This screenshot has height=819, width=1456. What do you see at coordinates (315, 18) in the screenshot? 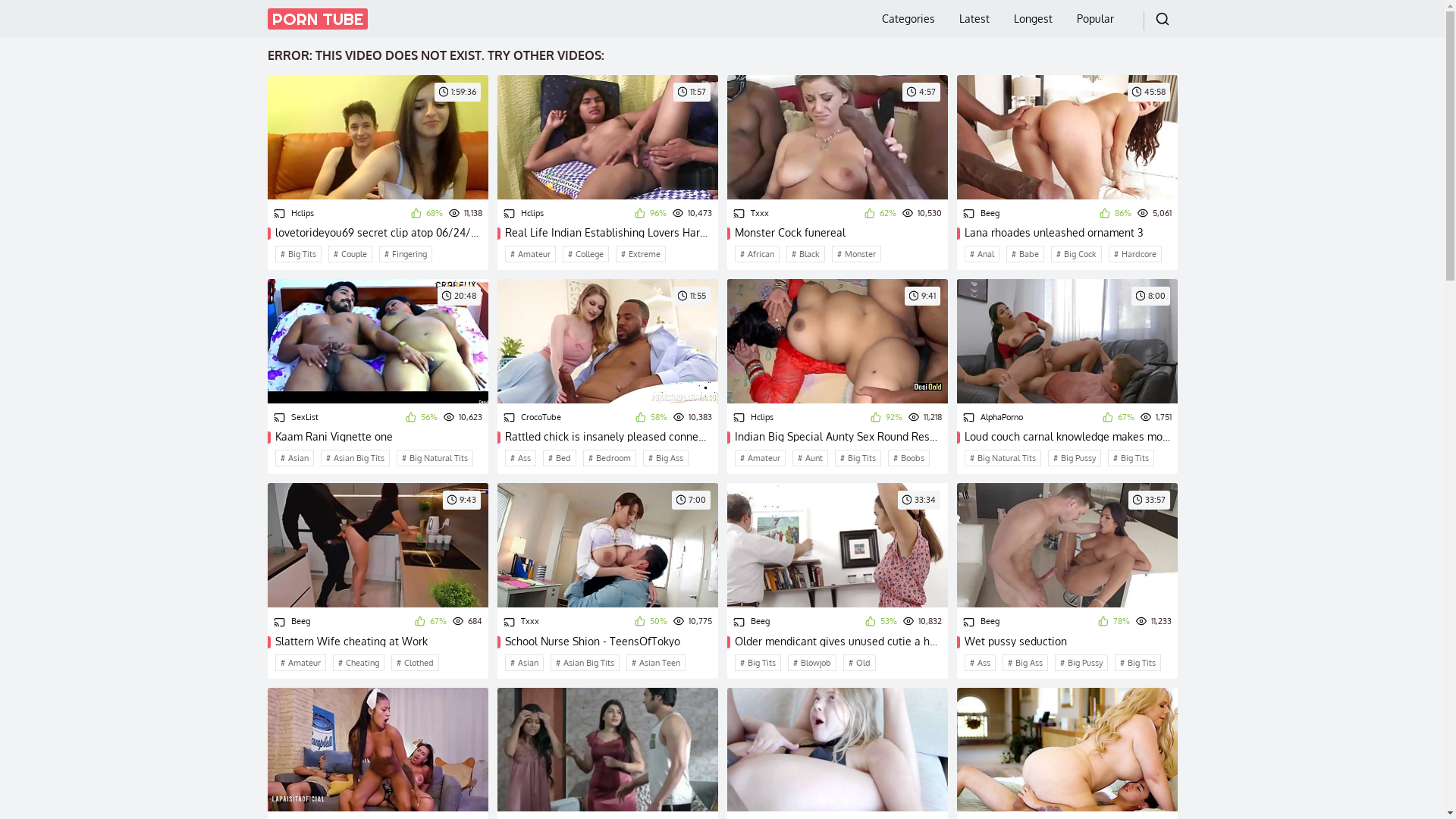
I see `'PORN TUBE'` at bounding box center [315, 18].